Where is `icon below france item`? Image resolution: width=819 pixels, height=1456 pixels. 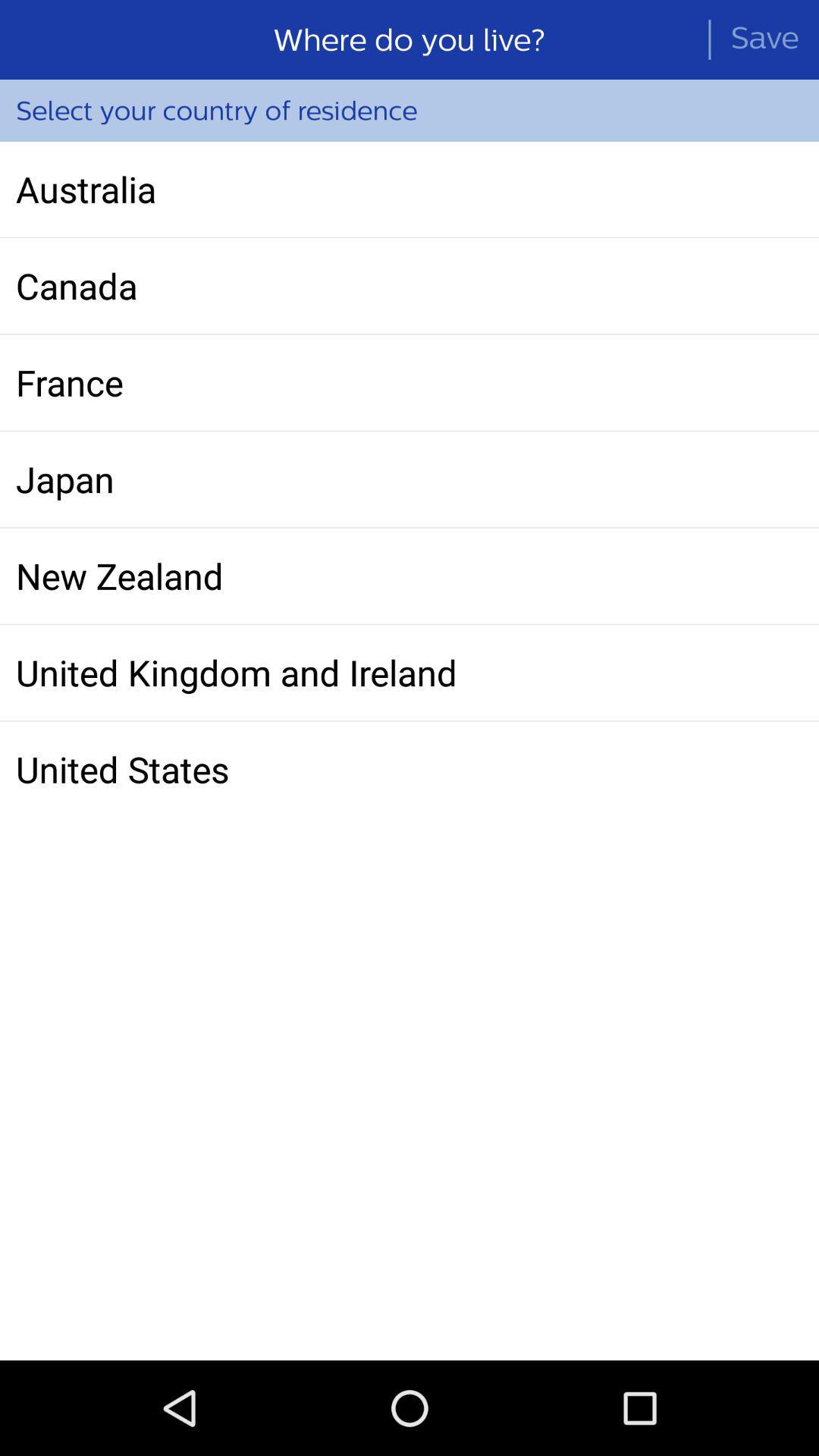 icon below france item is located at coordinates (409, 479).